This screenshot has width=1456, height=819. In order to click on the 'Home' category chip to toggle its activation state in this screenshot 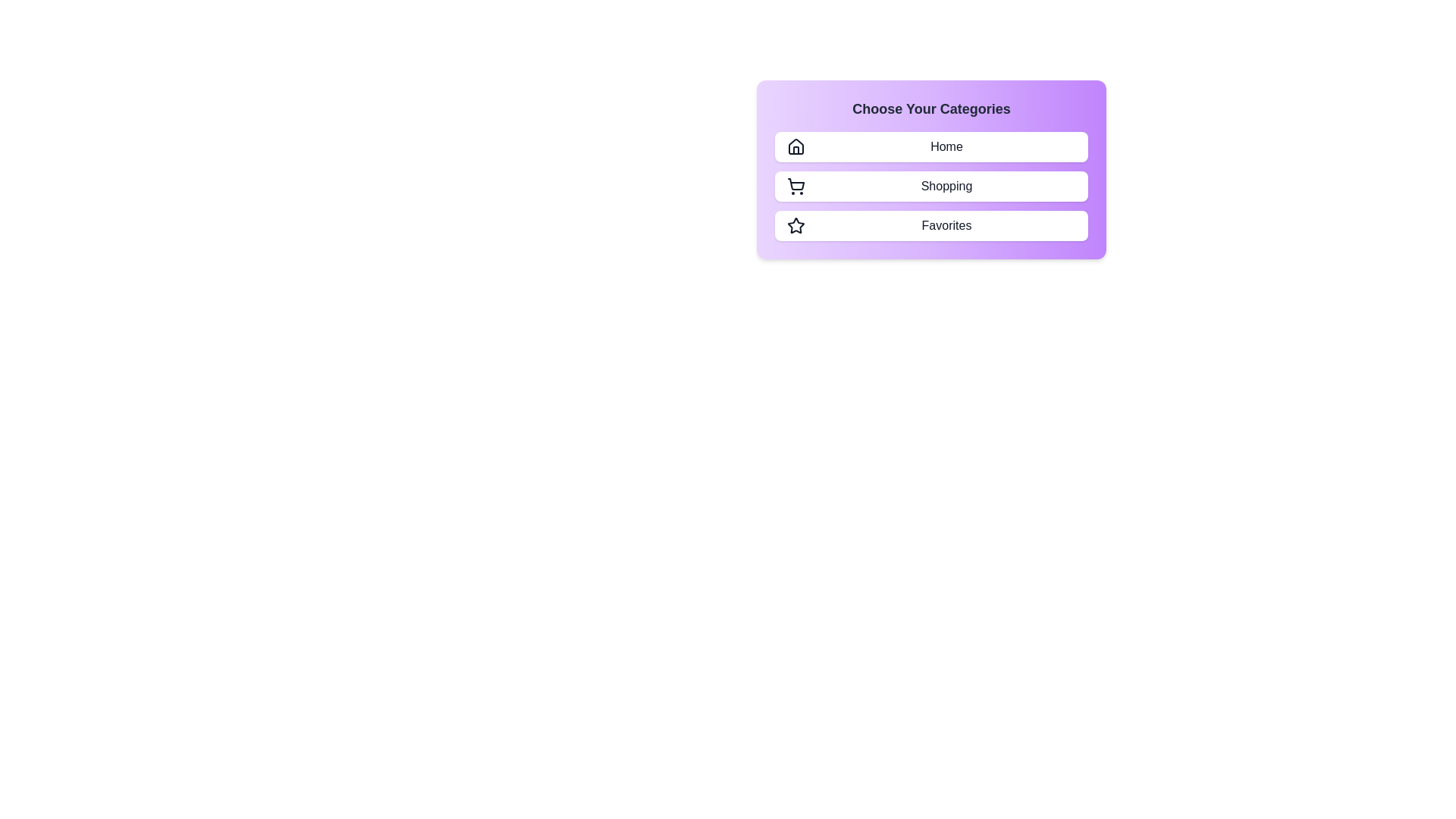, I will do `click(930, 146)`.